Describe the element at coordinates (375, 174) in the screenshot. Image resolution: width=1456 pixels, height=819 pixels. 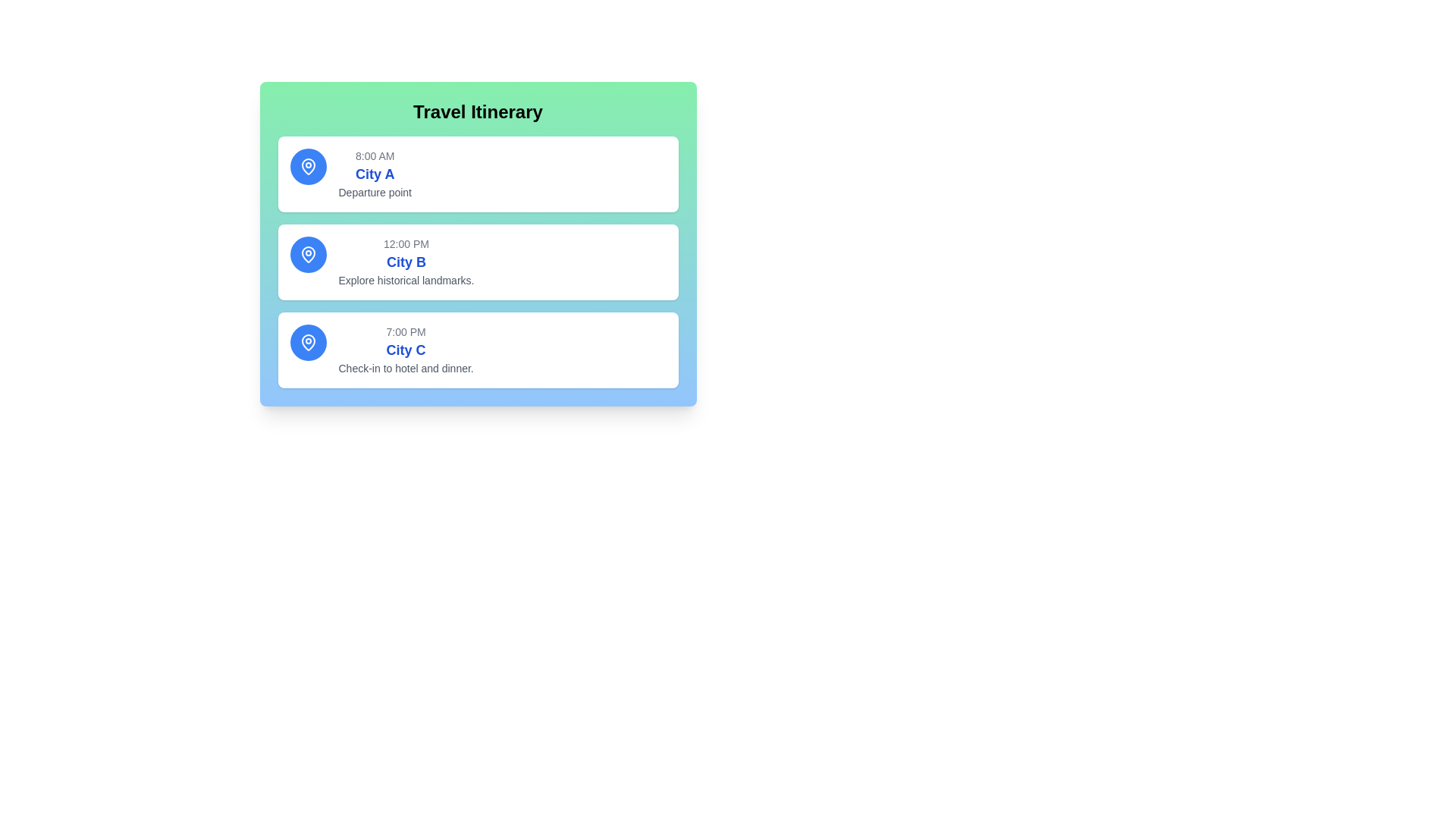
I see `the static text block that provides information about the departure point 'City A' at 8:00 AM, located in the first card under 'Travel Itinerary' and positioned to the right of the blue circular location marker icon` at that location.